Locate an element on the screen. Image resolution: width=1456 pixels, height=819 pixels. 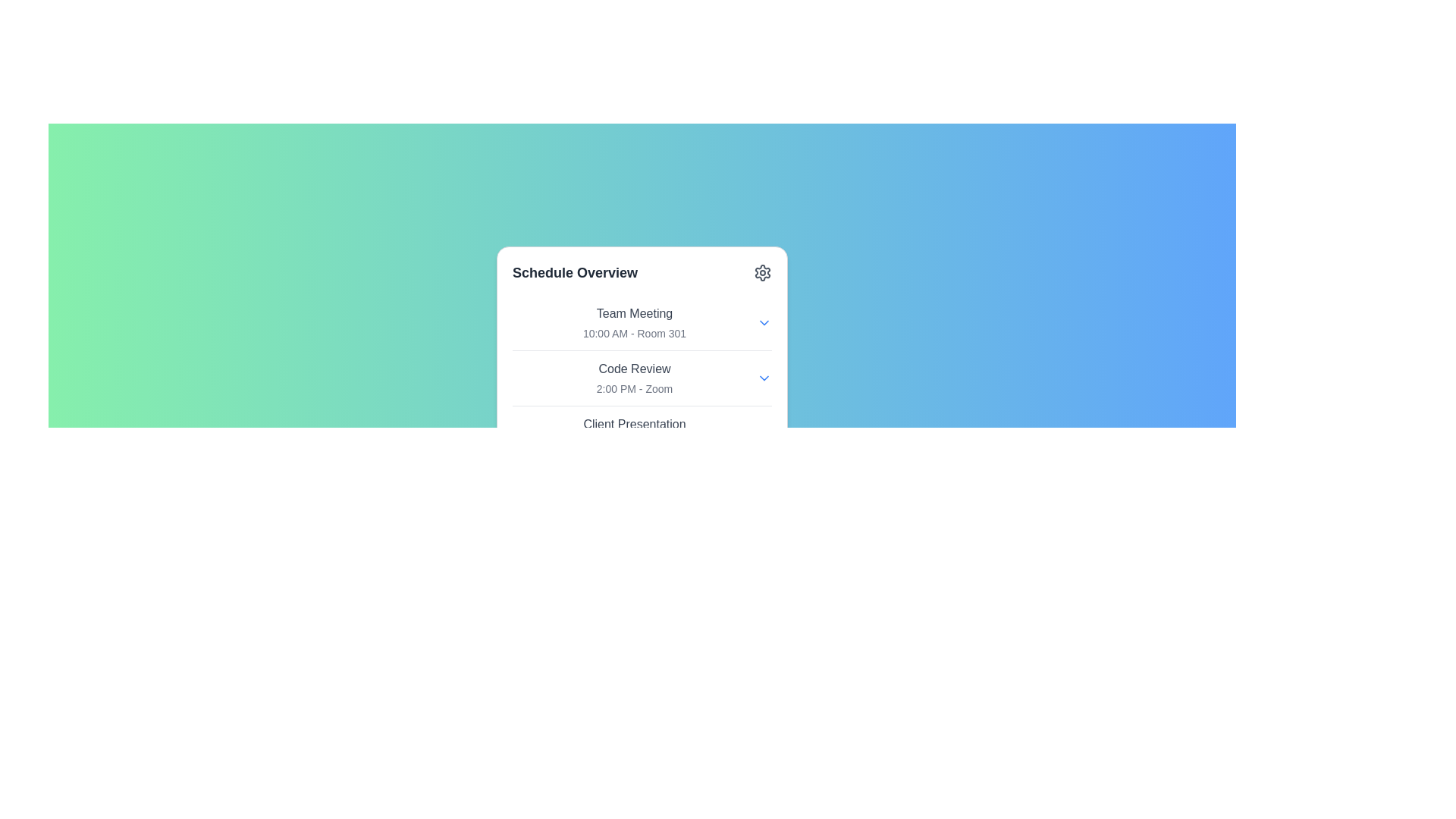
the 'Client Presentation' text label, which is a bold, gray-colored label displayed in a medium font within the schedule card, located in the third slot of the 'Schedule Overview' is located at coordinates (634, 424).